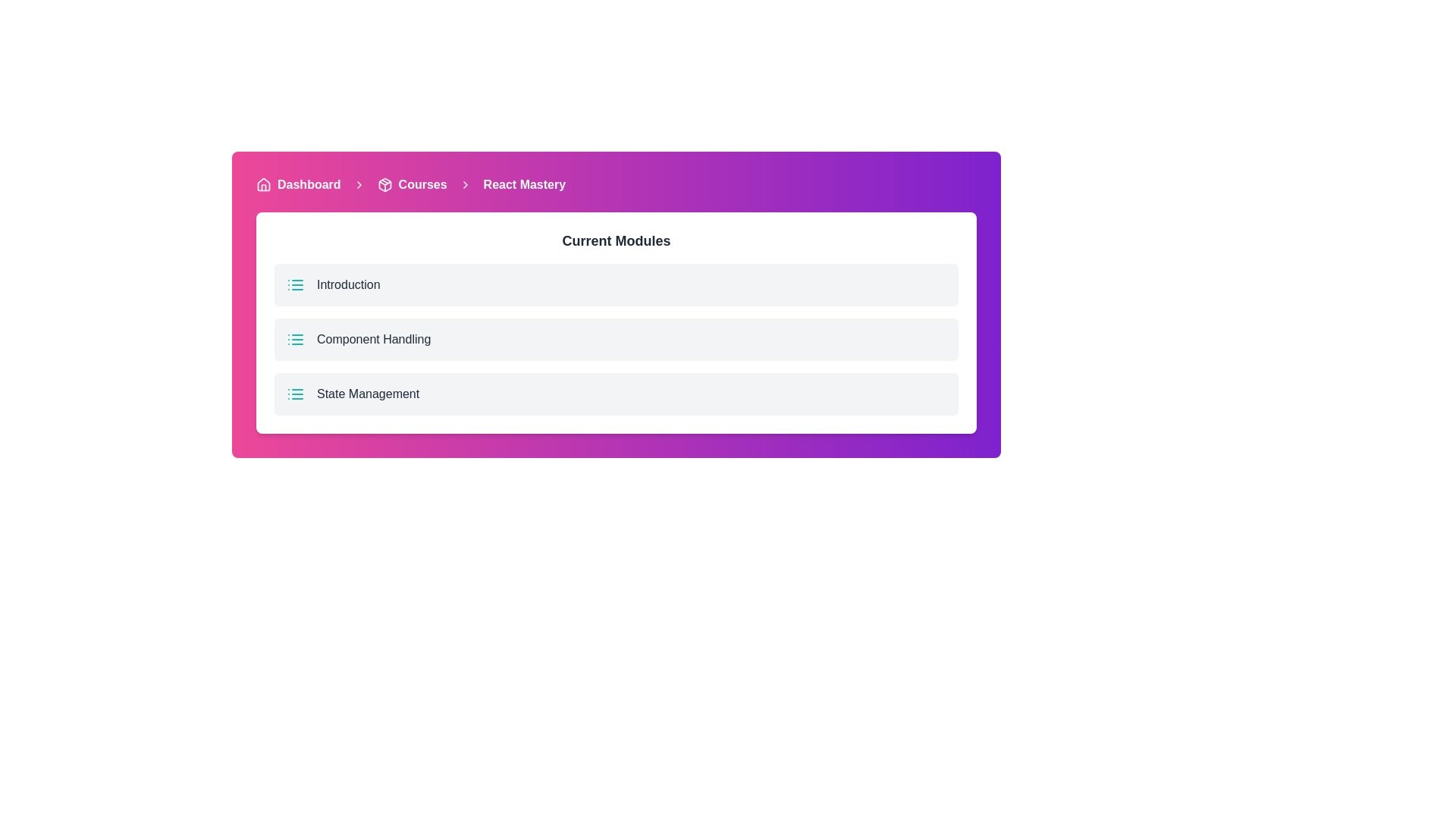  I want to click on the second item in the vertical list titled 'Current Modules', which is a static informational module located within a white card, positioned between 'Introduction' above and 'State Management' below, so click(616, 322).